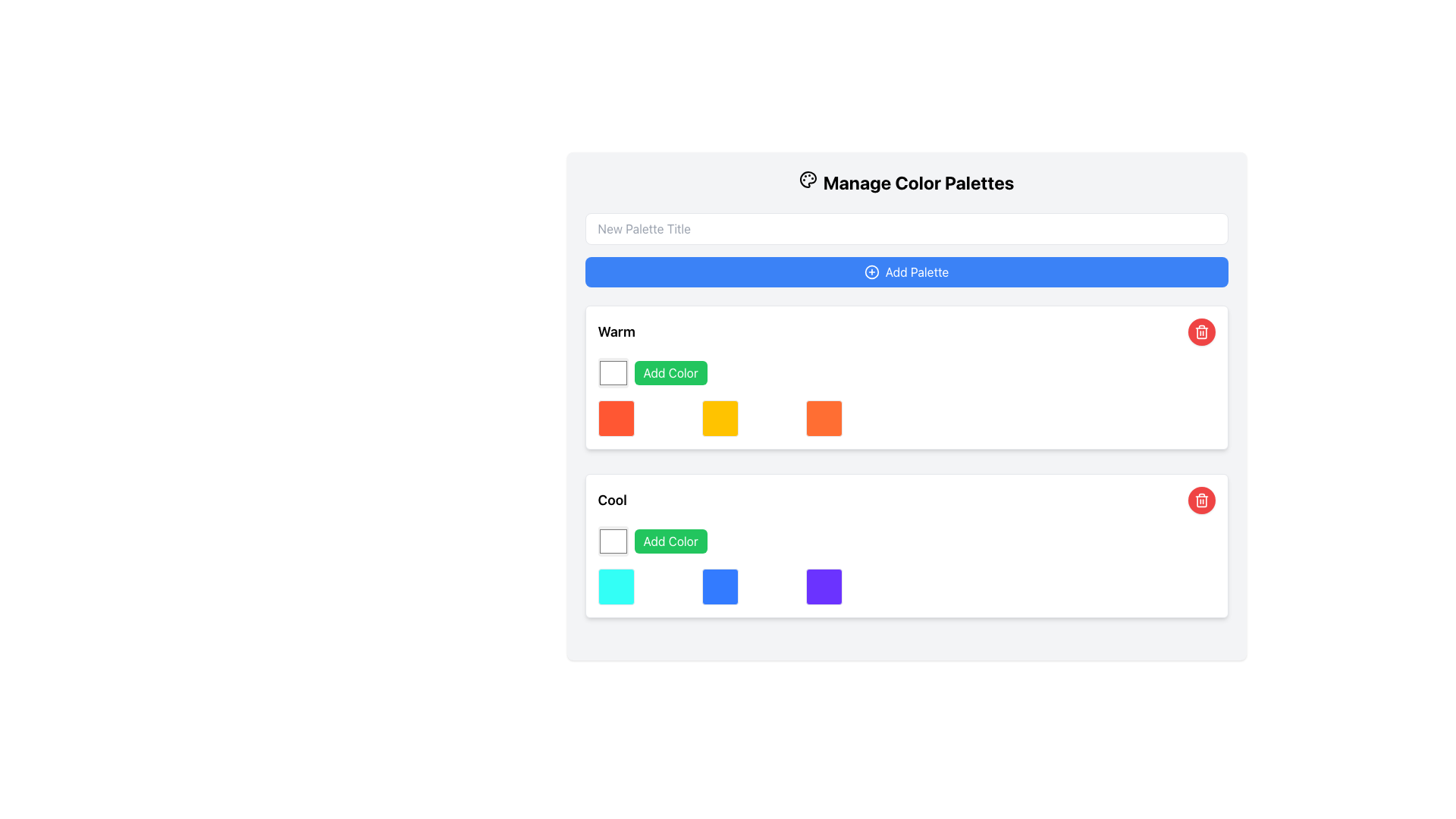 This screenshot has height=819, width=1456. What do you see at coordinates (670, 373) in the screenshot?
I see `the button to add a new color to the 'Warm' palette, which is located to the right of a square white color swatch in the palette management interface` at bounding box center [670, 373].